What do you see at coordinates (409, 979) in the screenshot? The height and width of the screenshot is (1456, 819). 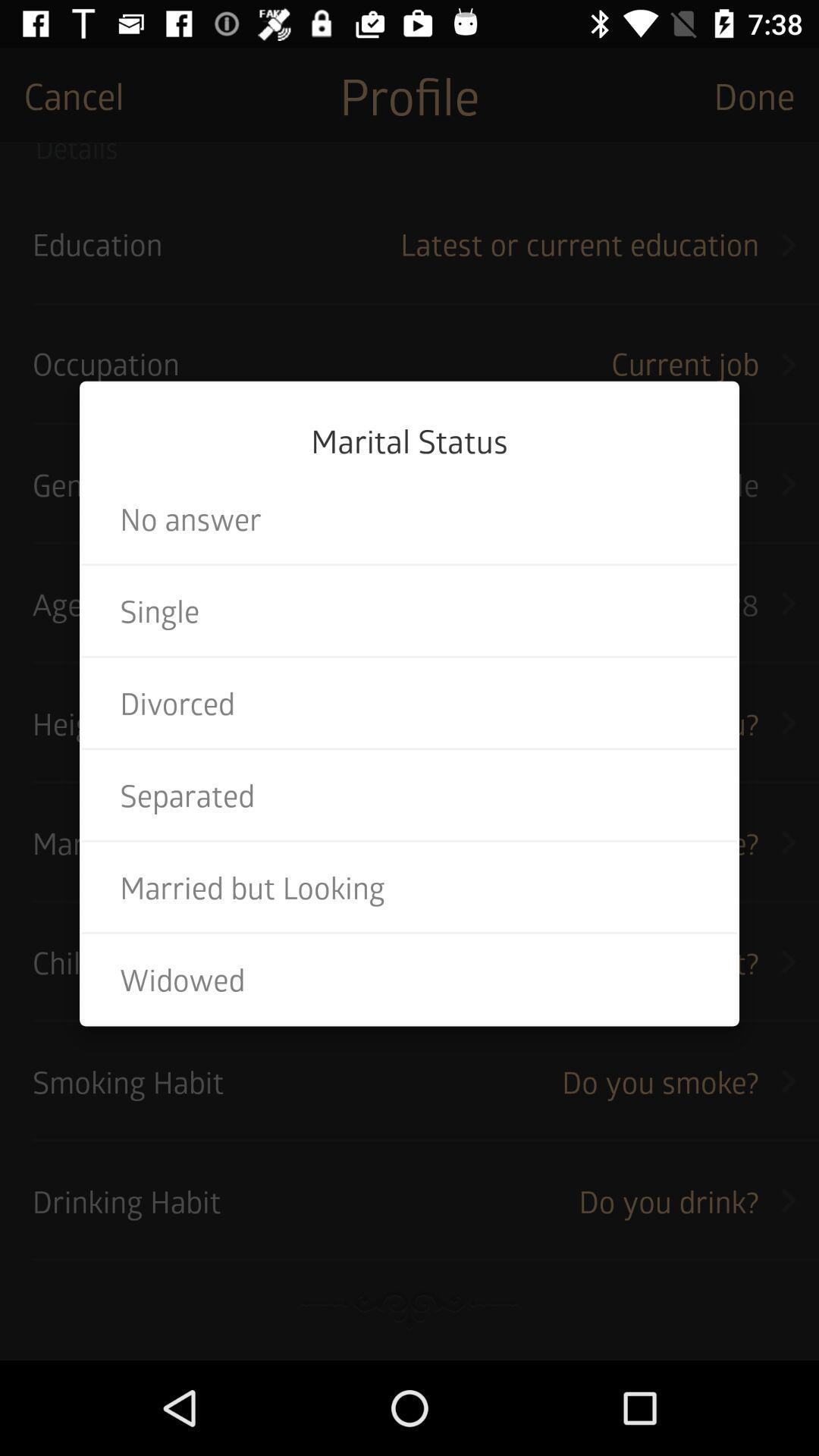 I see `the widowed item` at bounding box center [409, 979].